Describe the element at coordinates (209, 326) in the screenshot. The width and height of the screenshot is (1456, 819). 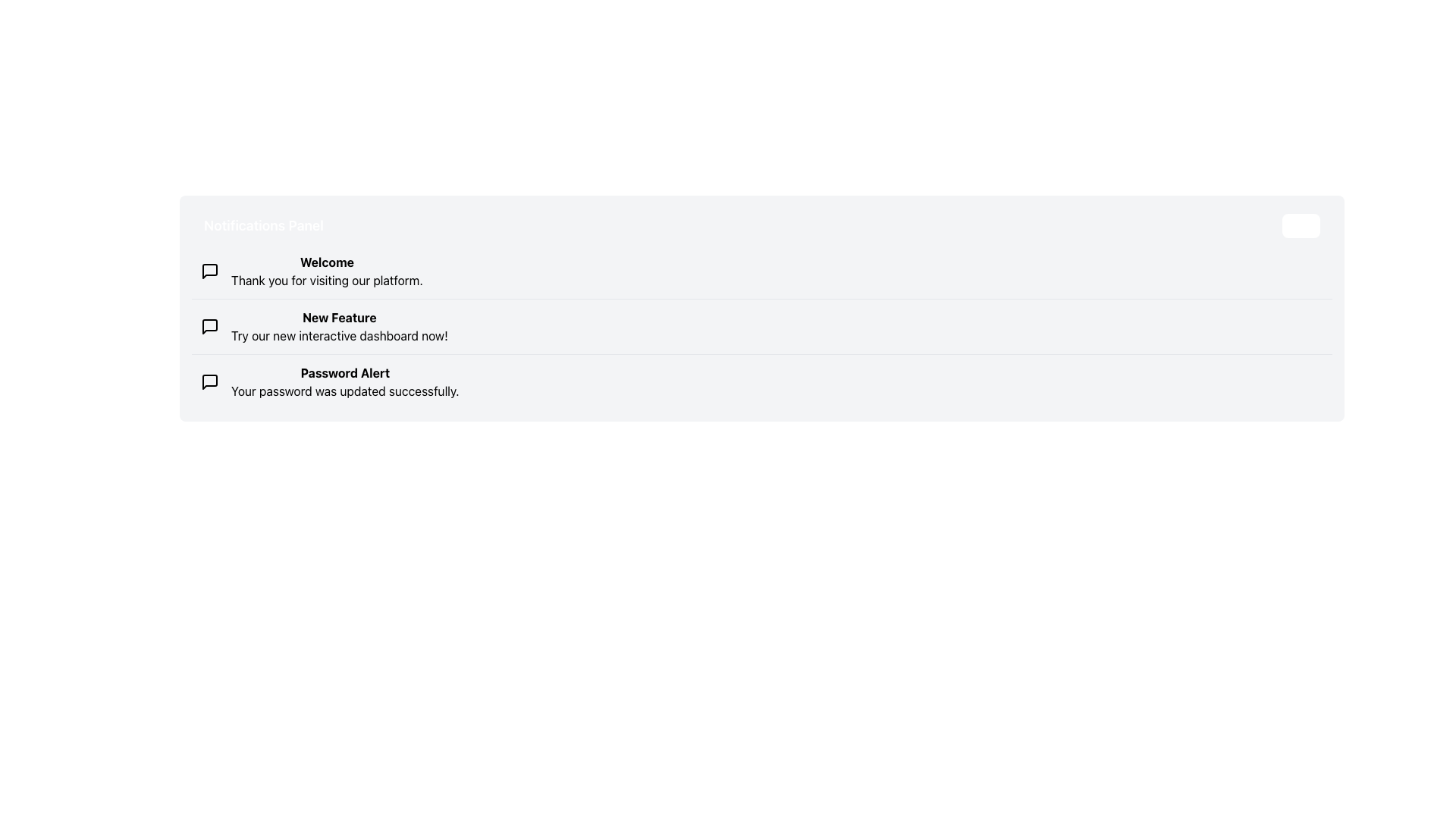
I see `the speech bubble icon that is part of the 'New Feature' notification entry, located to the left of the title 'New Feature'` at that location.